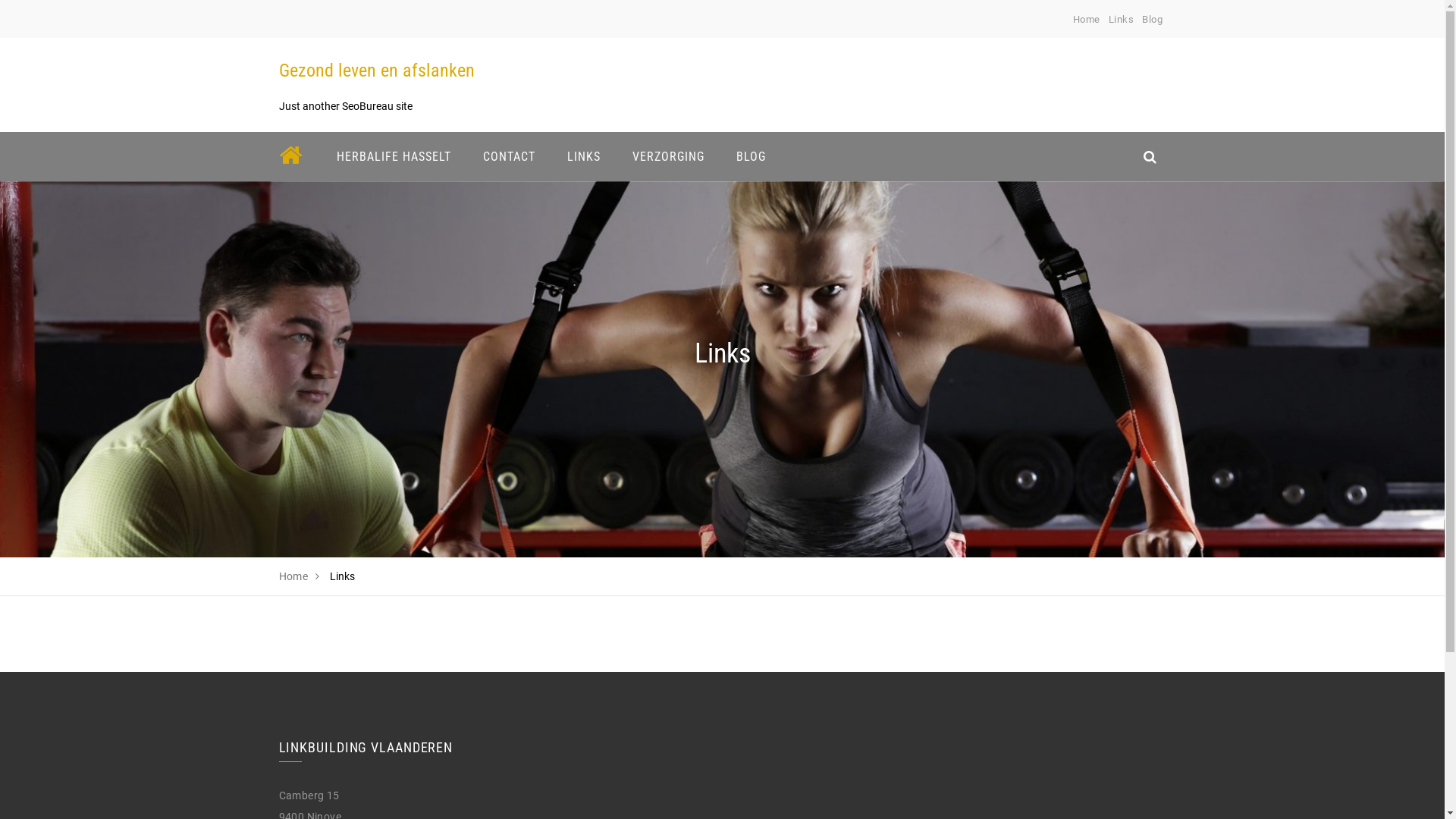  Describe the element at coordinates (393, 156) in the screenshot. I see `'HERBALIFE HASSELT'` at that location.